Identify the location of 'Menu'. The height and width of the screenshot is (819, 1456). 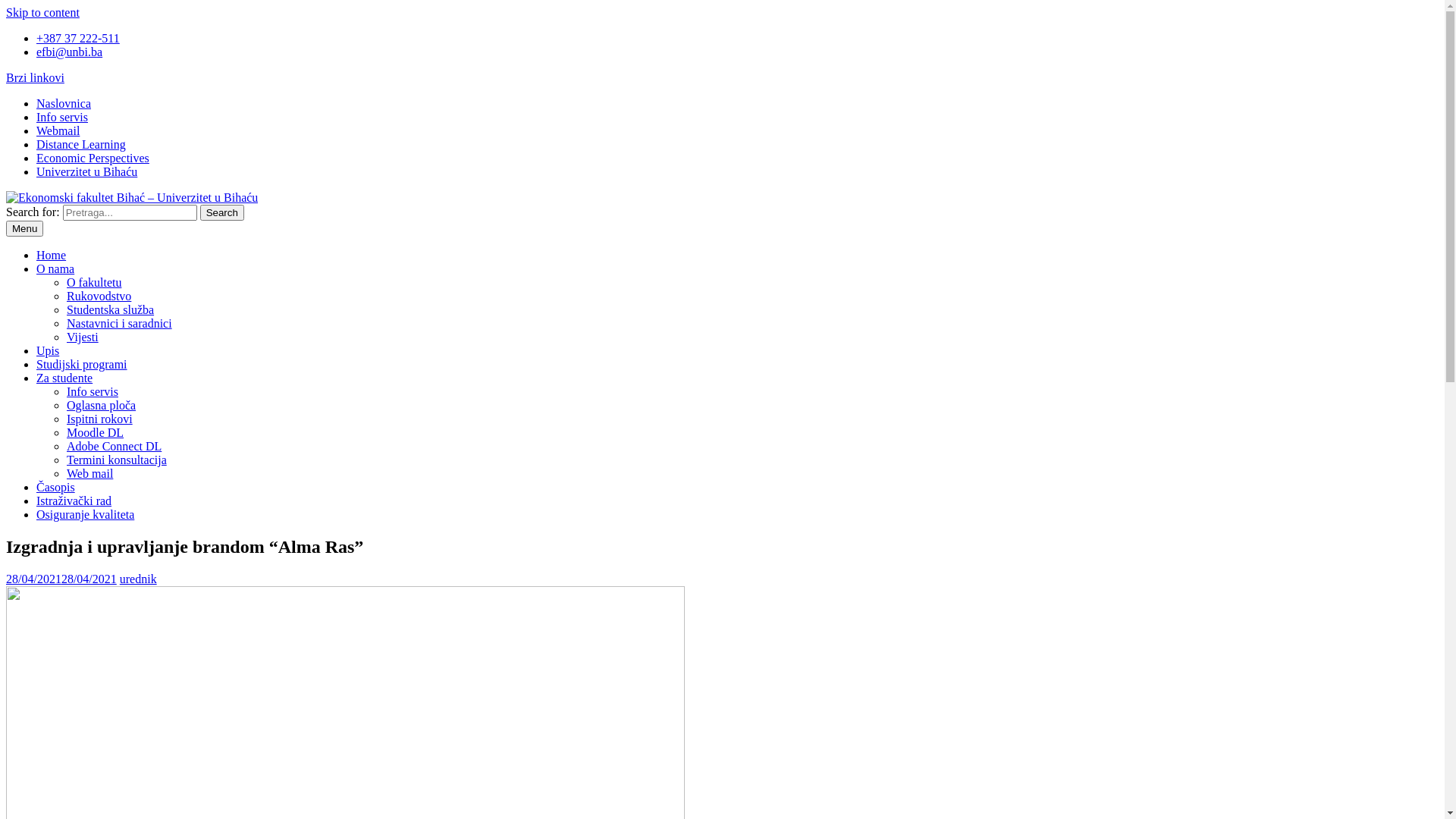
(24, 228).